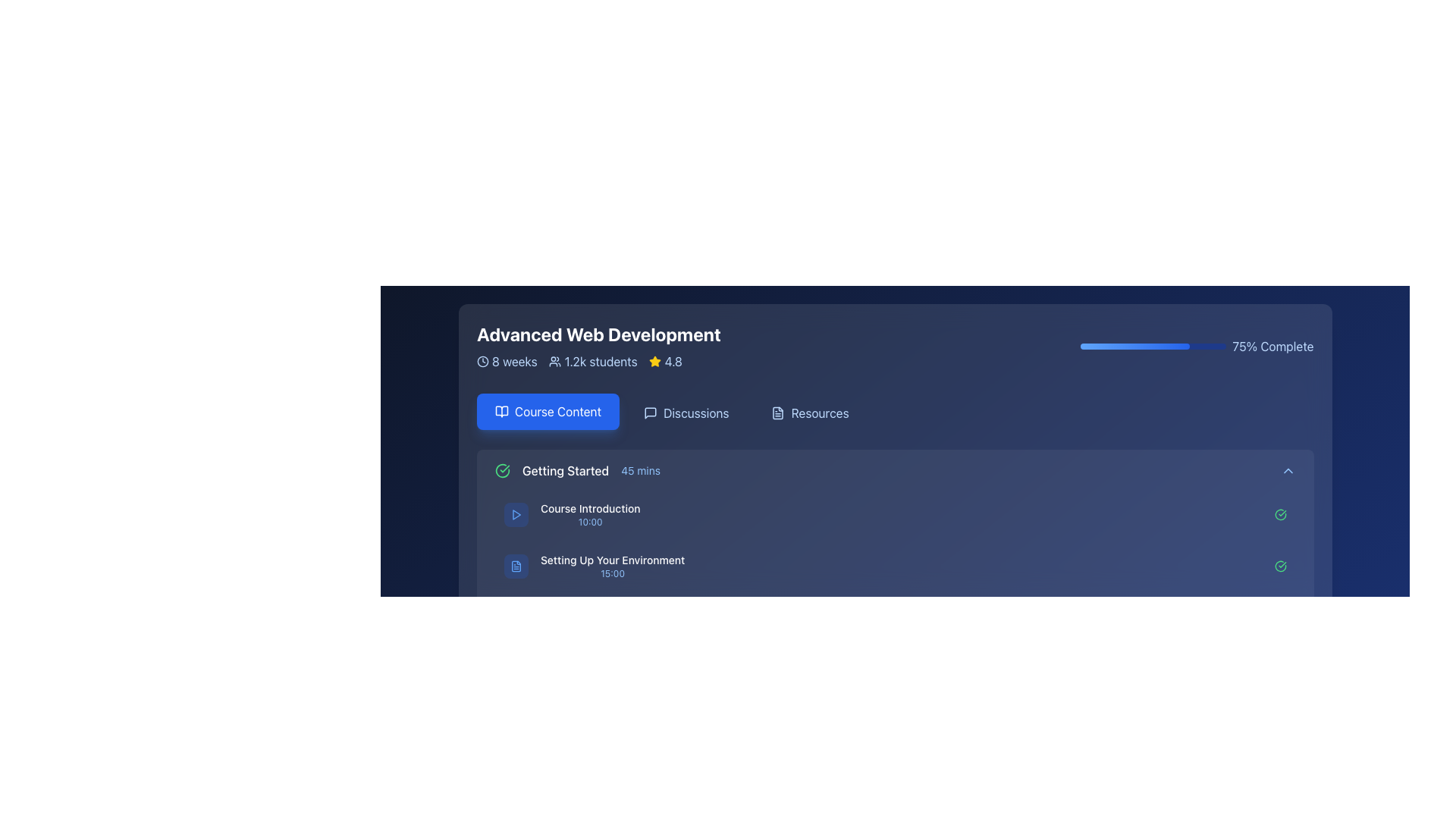 Image resolution: width=1456 pixels, height=819 pixels. Describe the element at coordinates (650, 413) in the screenshot. I see `the icon representing the Discussions section in the top navigation bar` at that location.